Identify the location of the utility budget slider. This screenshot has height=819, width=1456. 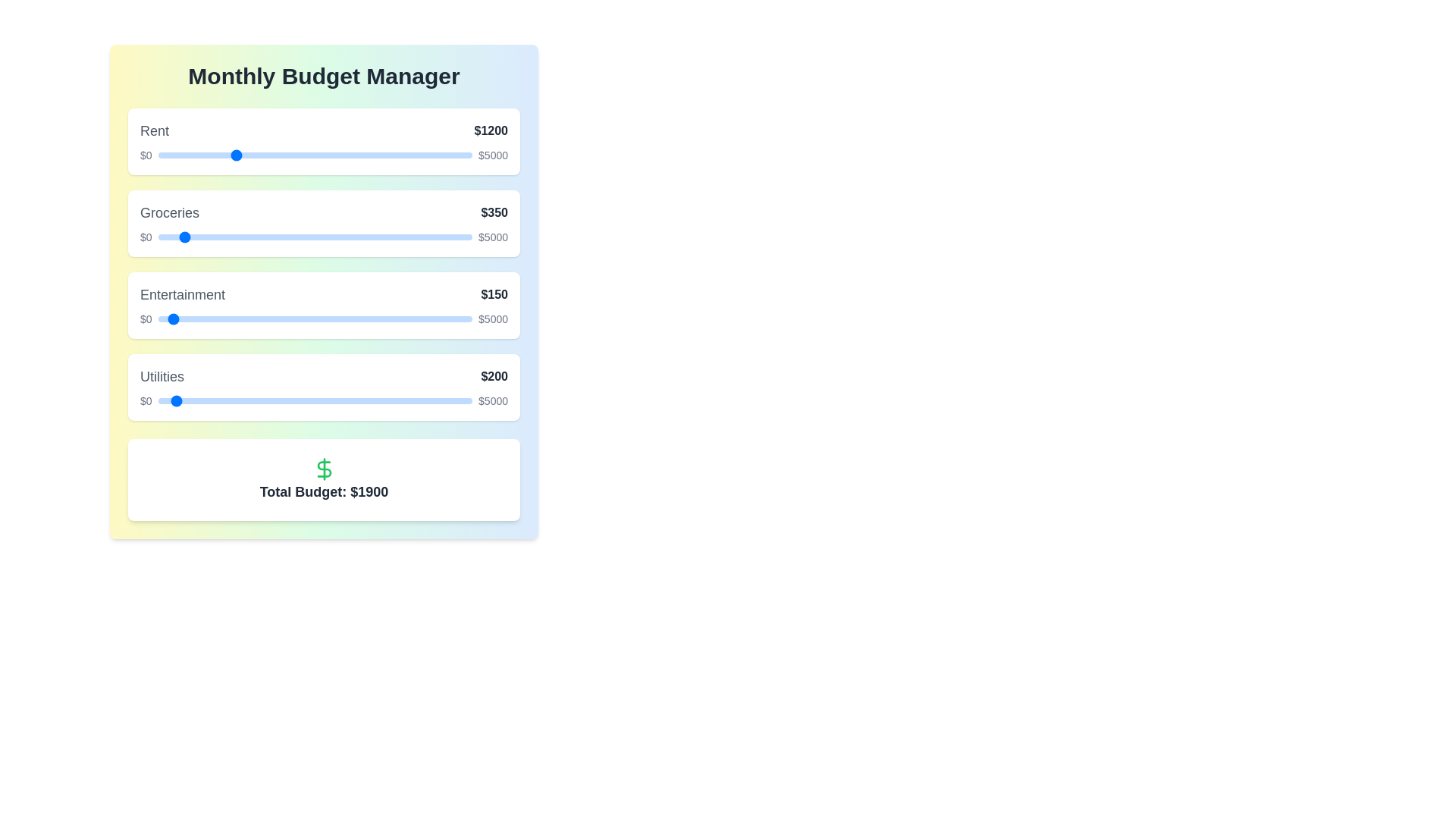
(187, 400).